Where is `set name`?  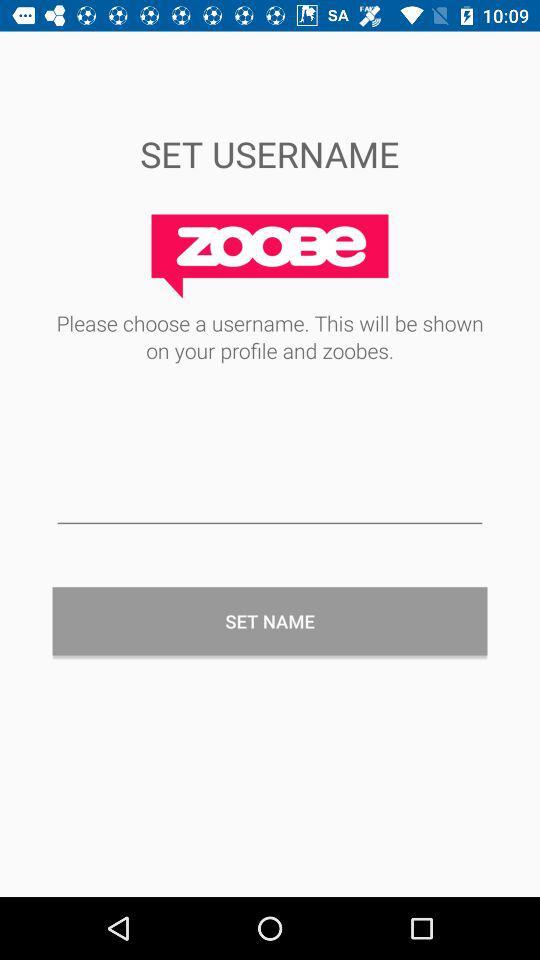
set name is located at coordinates (270, 620).